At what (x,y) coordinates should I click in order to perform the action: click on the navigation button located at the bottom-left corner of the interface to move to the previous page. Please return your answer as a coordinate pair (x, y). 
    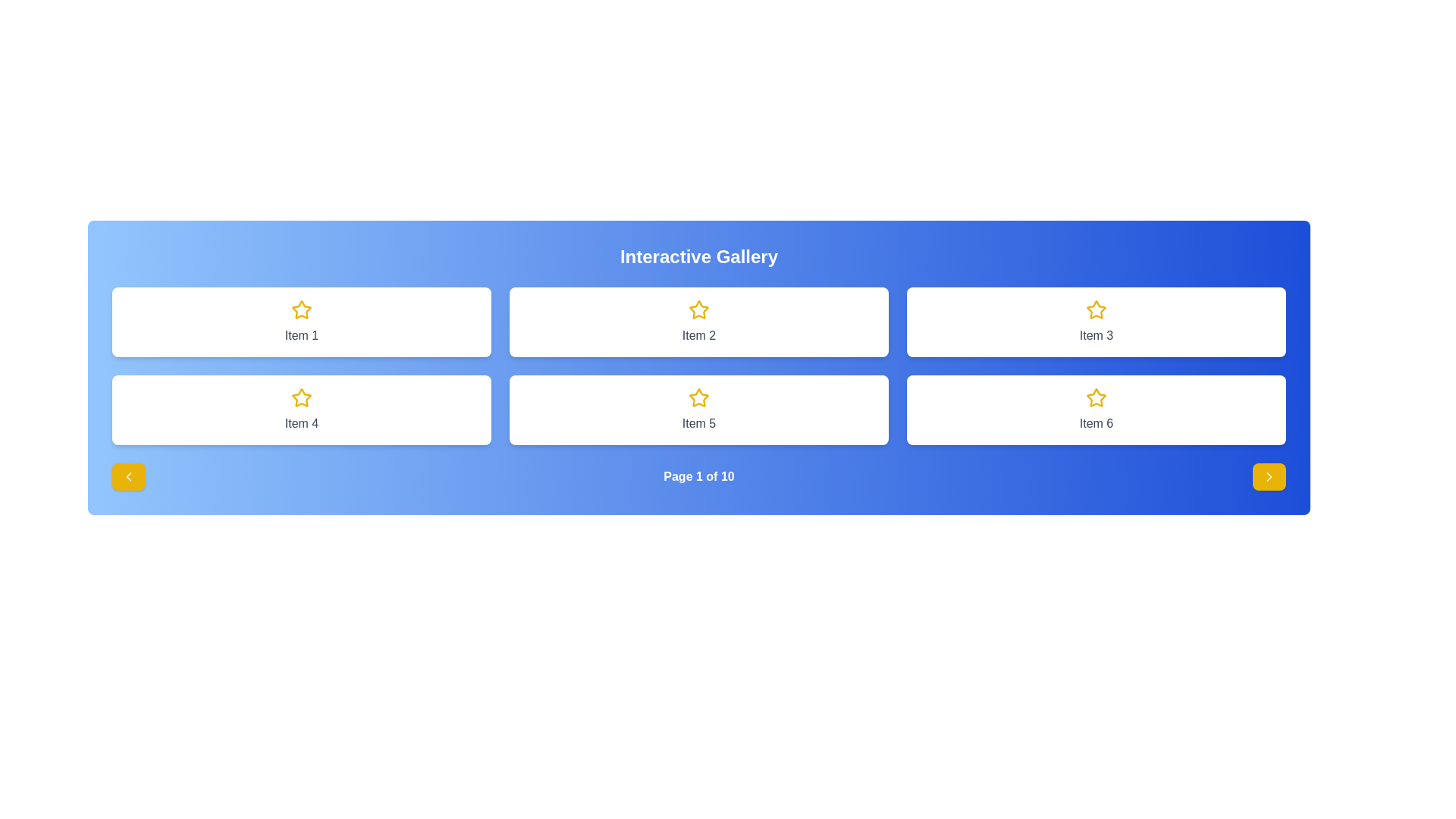
    Looking at the image, I should click on (128, 475).